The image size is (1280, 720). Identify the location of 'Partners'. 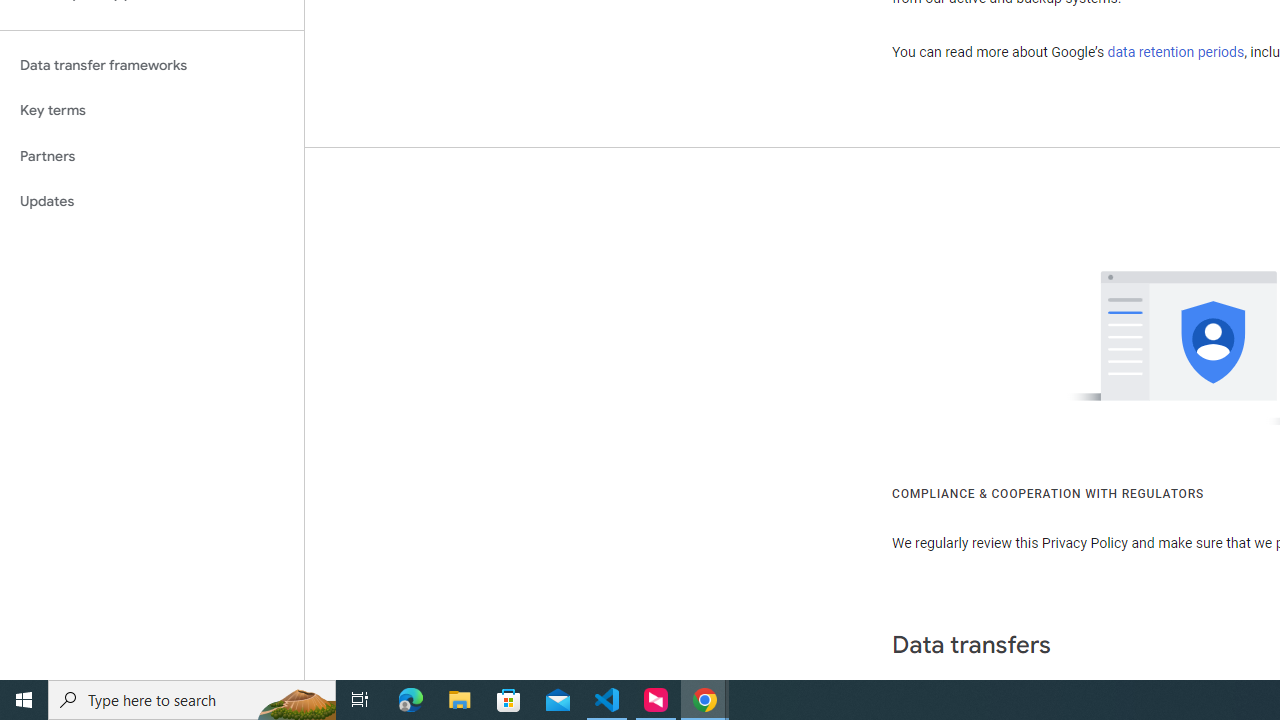
(151, 155).